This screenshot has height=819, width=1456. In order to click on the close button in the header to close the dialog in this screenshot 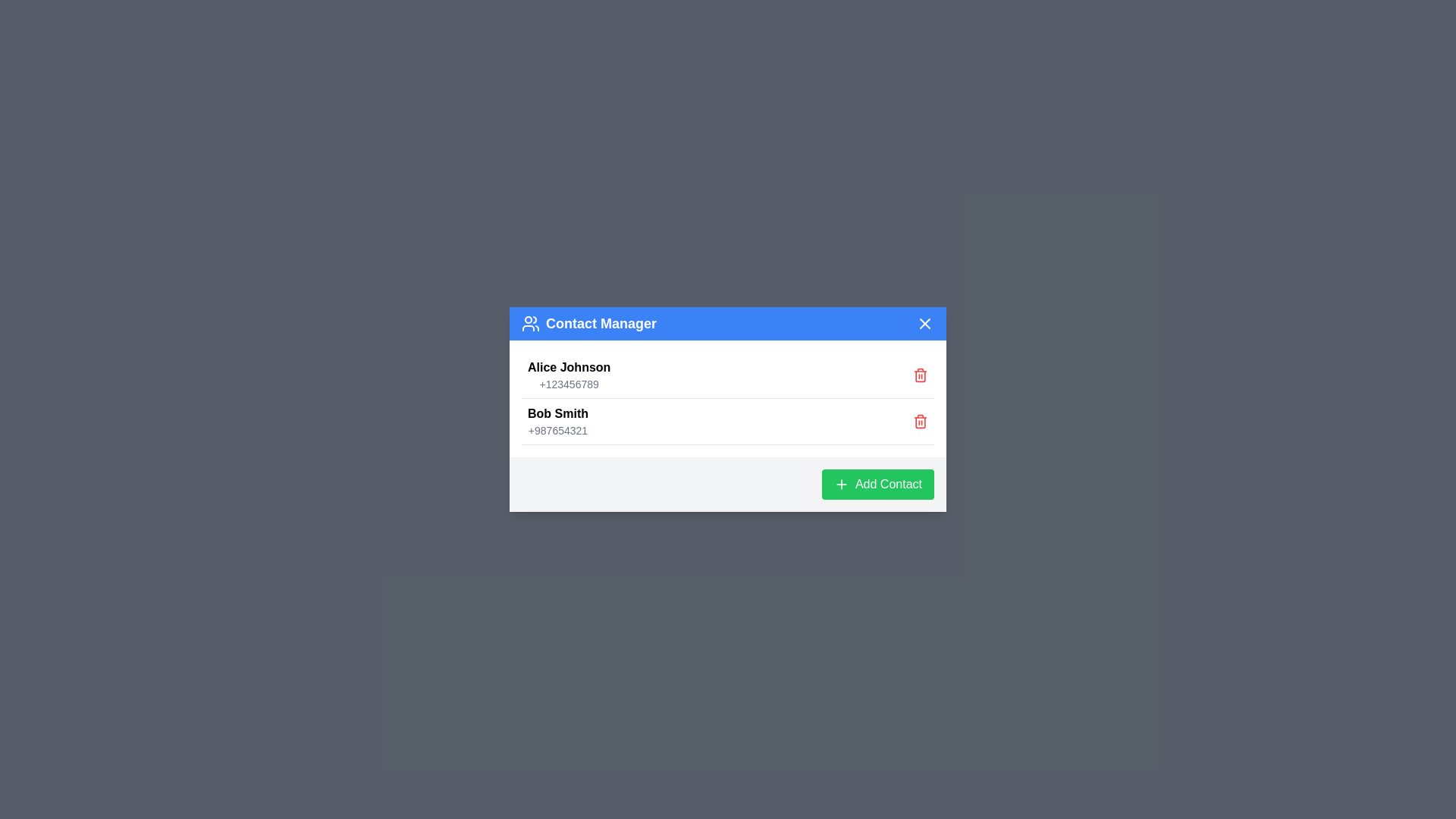, I will do `click(924, 323)`.